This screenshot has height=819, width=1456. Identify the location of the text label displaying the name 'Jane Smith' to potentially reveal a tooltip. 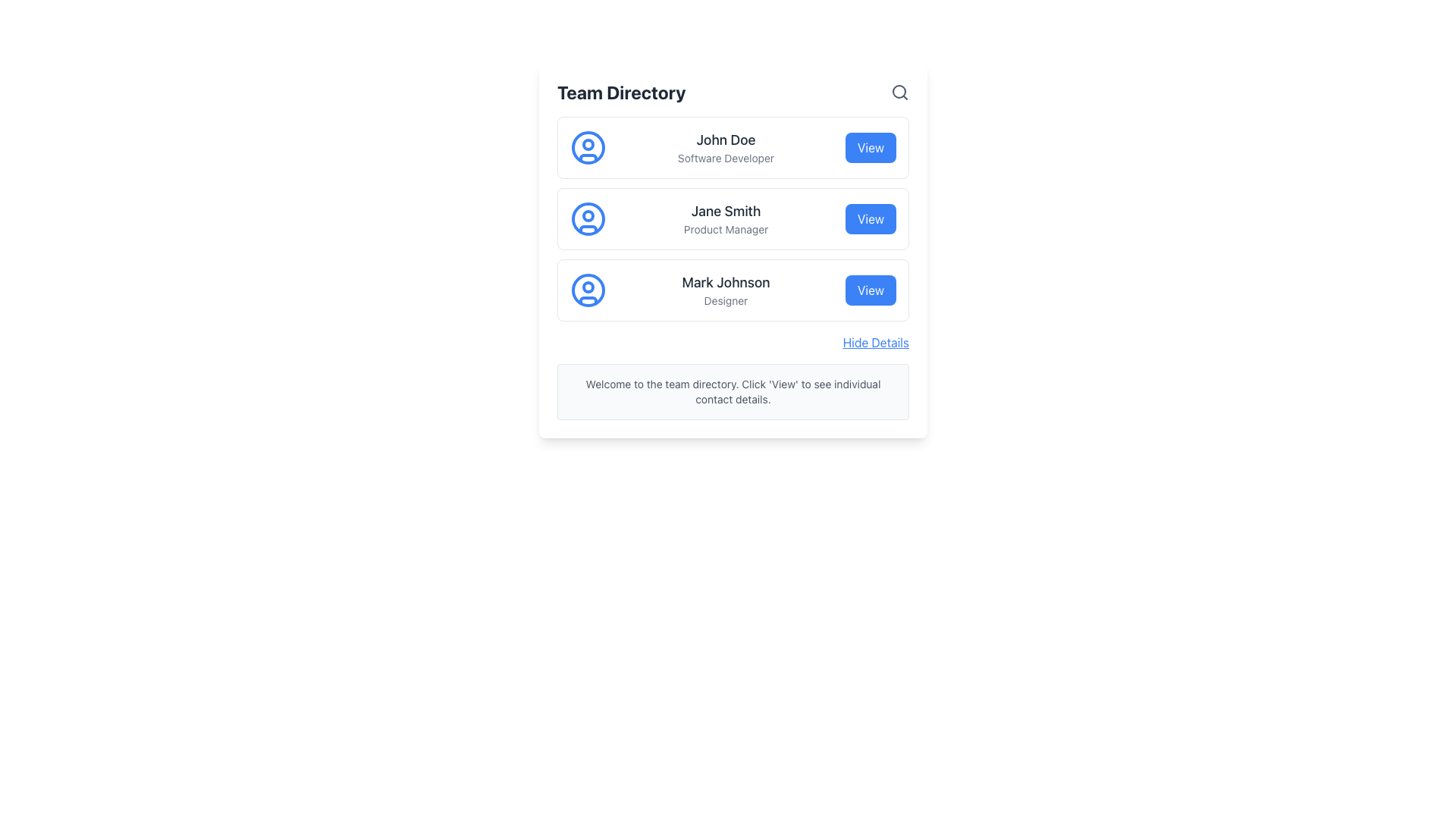
(725, 211).